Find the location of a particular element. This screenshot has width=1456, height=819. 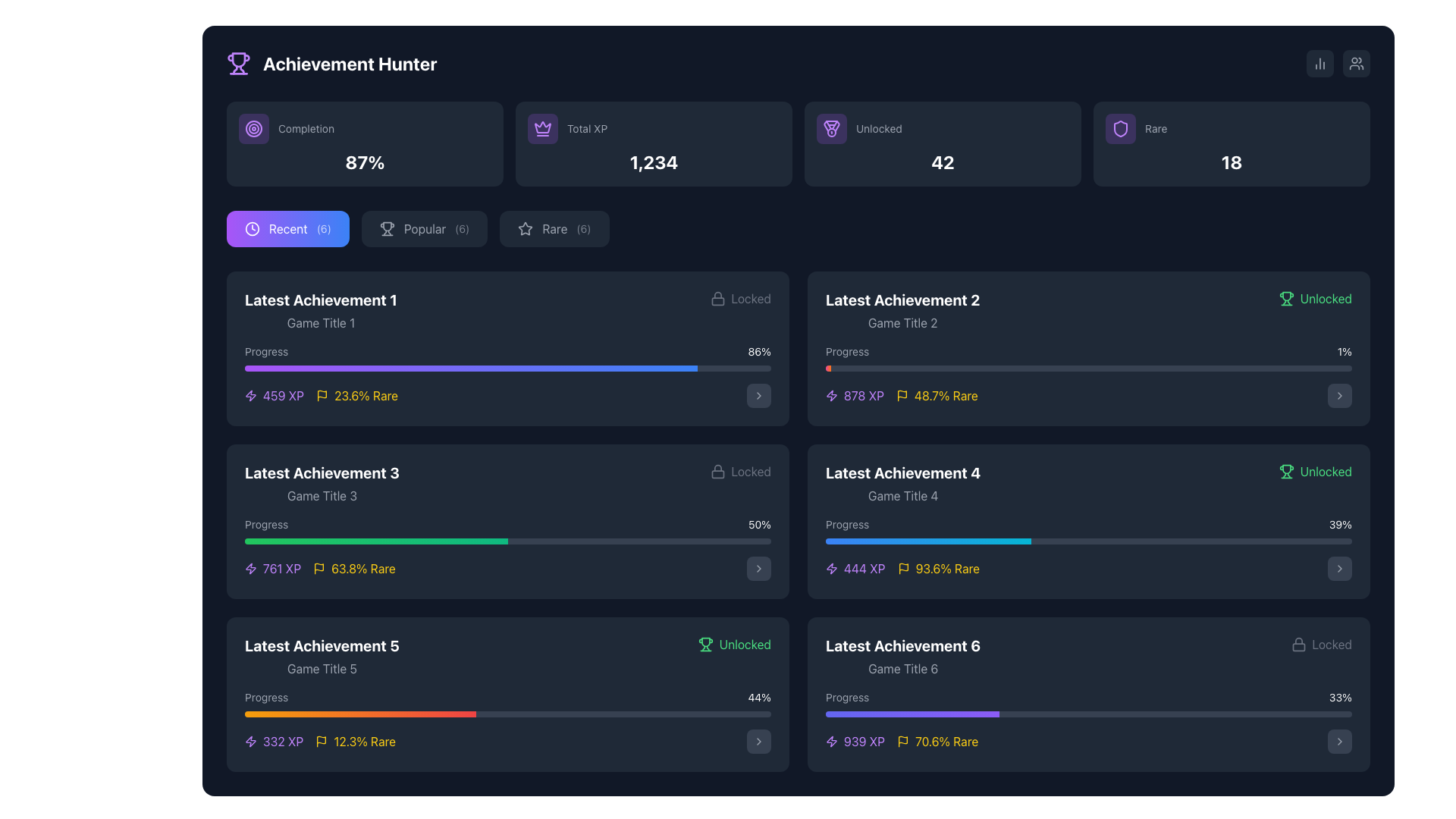

the percentage text displayed on the Progress Bar for 'Latest Achievement 1', which shows 86% is located at coordinates (508, 357).